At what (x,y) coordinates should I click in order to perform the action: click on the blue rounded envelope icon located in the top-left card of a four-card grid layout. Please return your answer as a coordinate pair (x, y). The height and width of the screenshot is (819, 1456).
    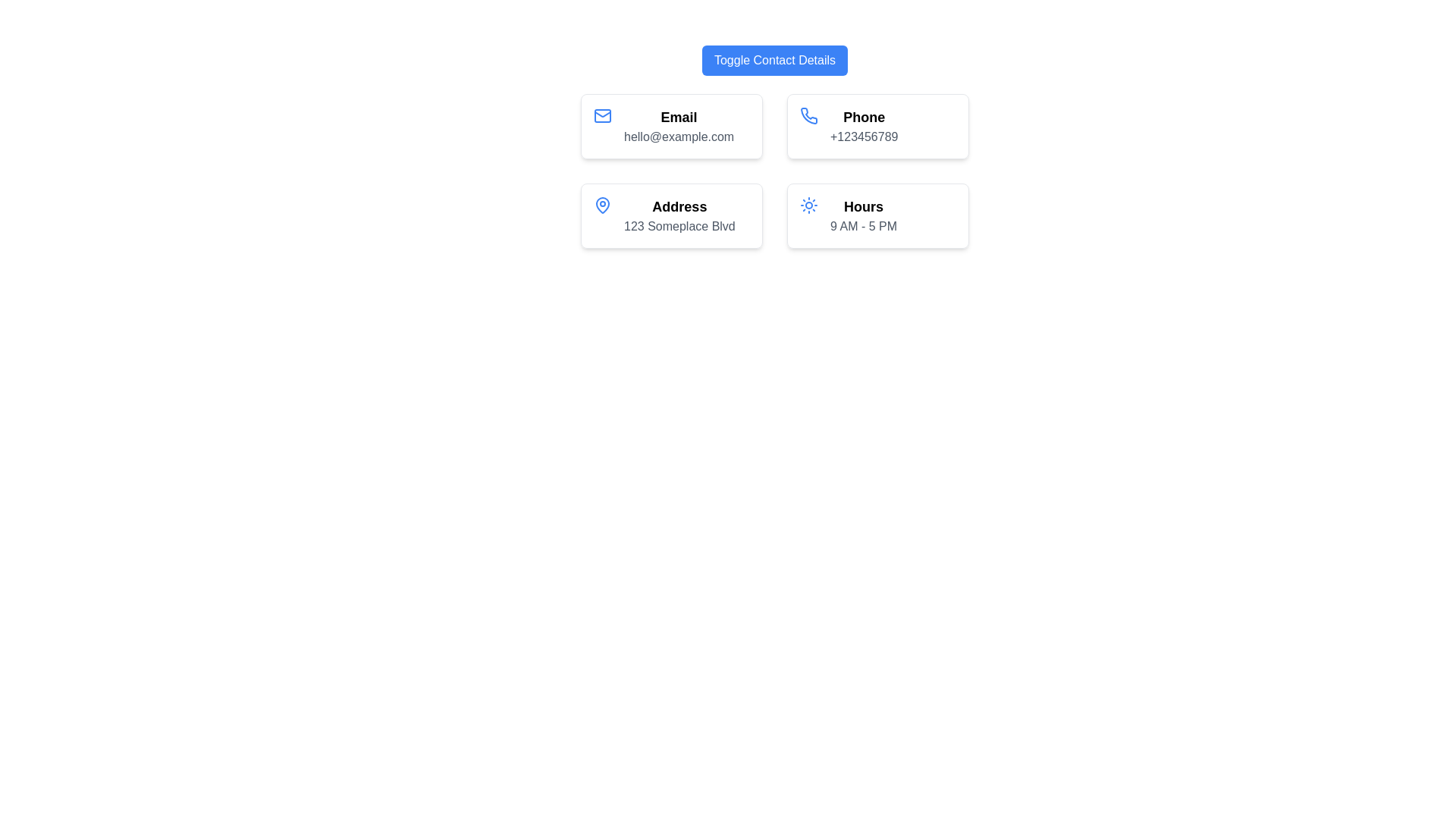
    Looking at the image, I should click on (602, 115).